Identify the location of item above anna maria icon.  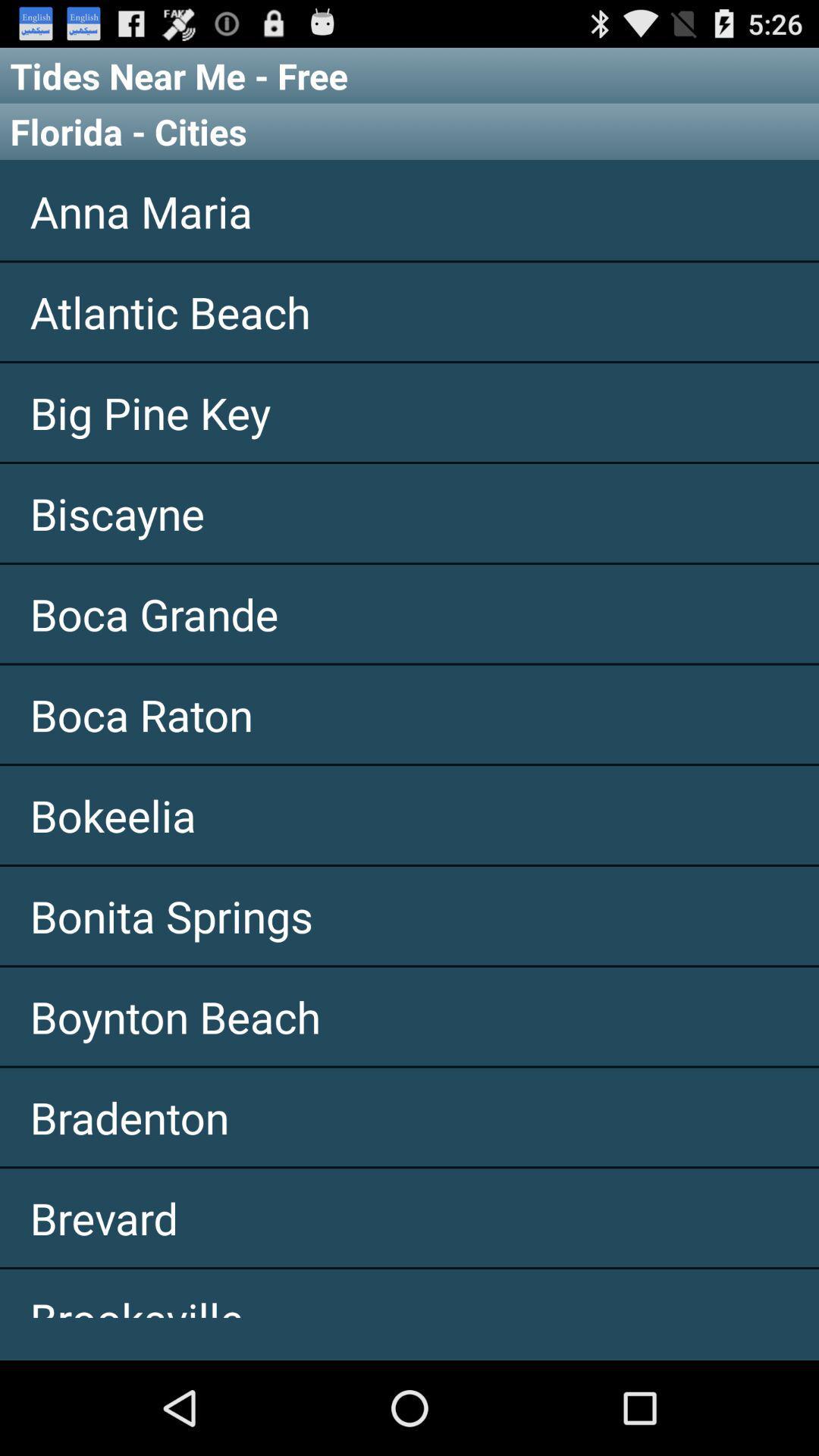
(409, 131).